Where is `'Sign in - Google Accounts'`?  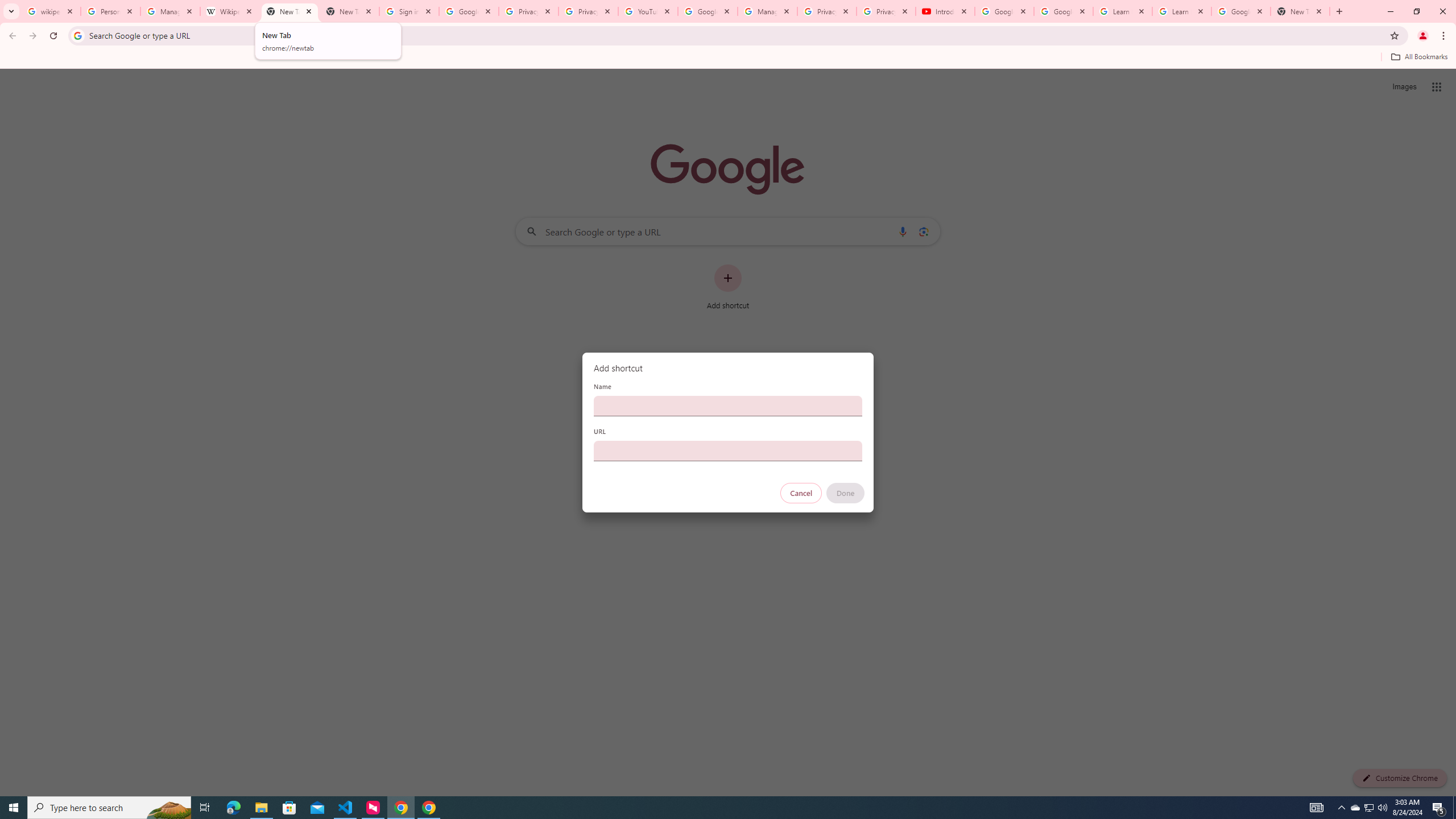
'Sign in - Google Accounts' is located at coordinates (408, 11).